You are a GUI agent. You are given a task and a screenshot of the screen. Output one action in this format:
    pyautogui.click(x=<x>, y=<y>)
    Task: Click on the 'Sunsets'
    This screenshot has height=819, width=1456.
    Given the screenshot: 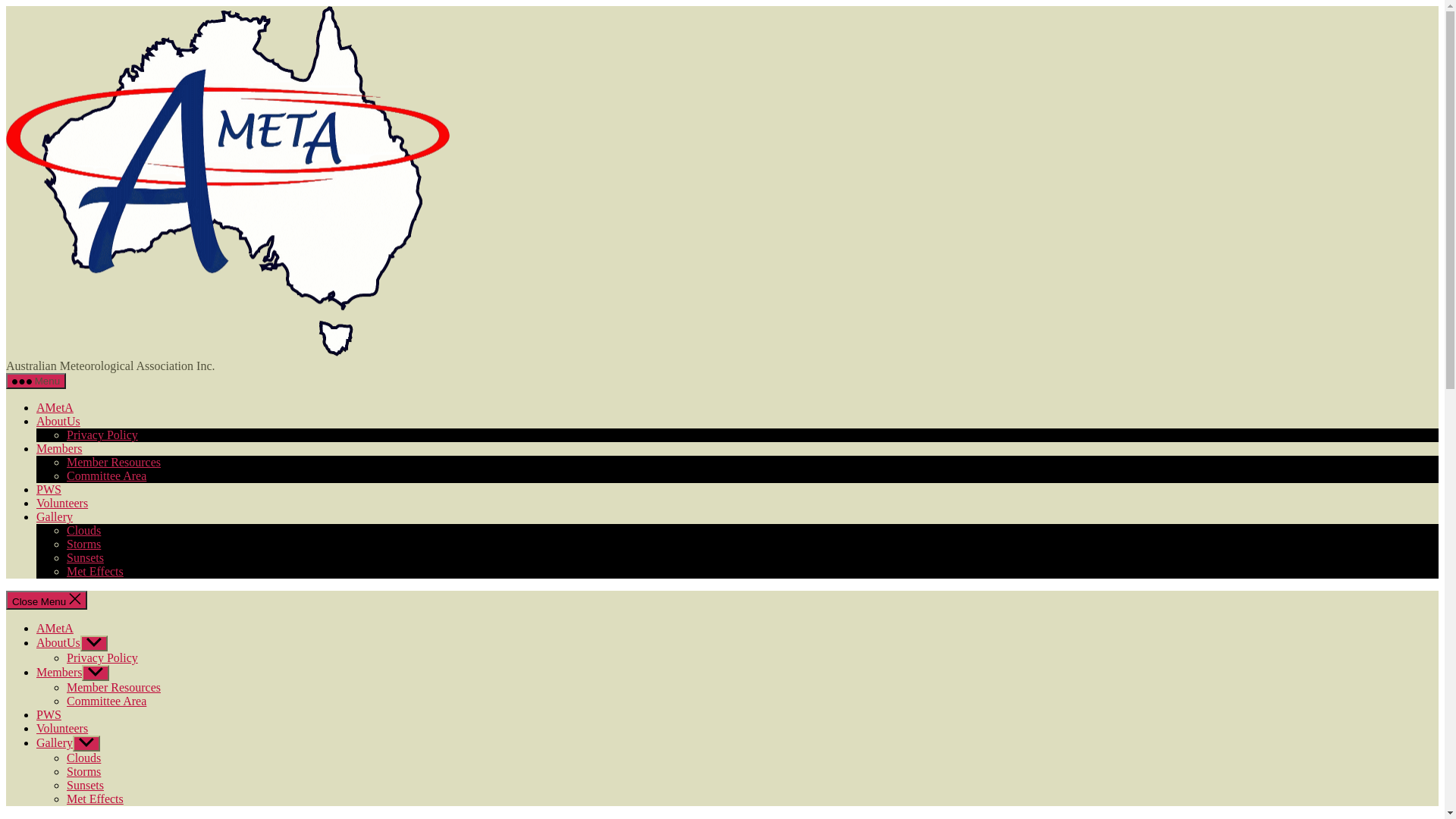 What is the action you would take?
    pyautogui.click(x=65, y=557)
    